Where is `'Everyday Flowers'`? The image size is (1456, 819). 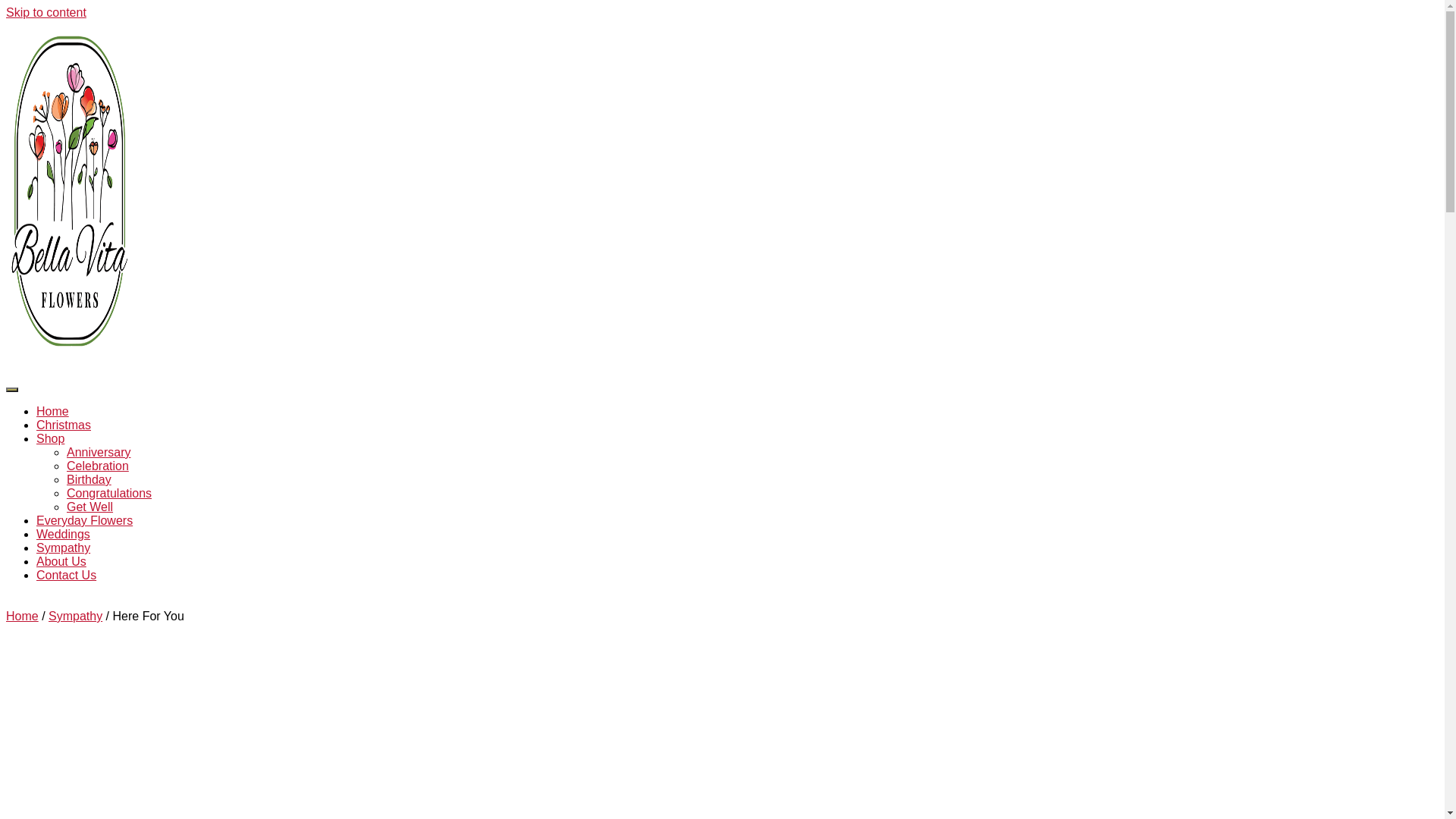
'Everyday Flowers' is located at coordinates (83, 519).